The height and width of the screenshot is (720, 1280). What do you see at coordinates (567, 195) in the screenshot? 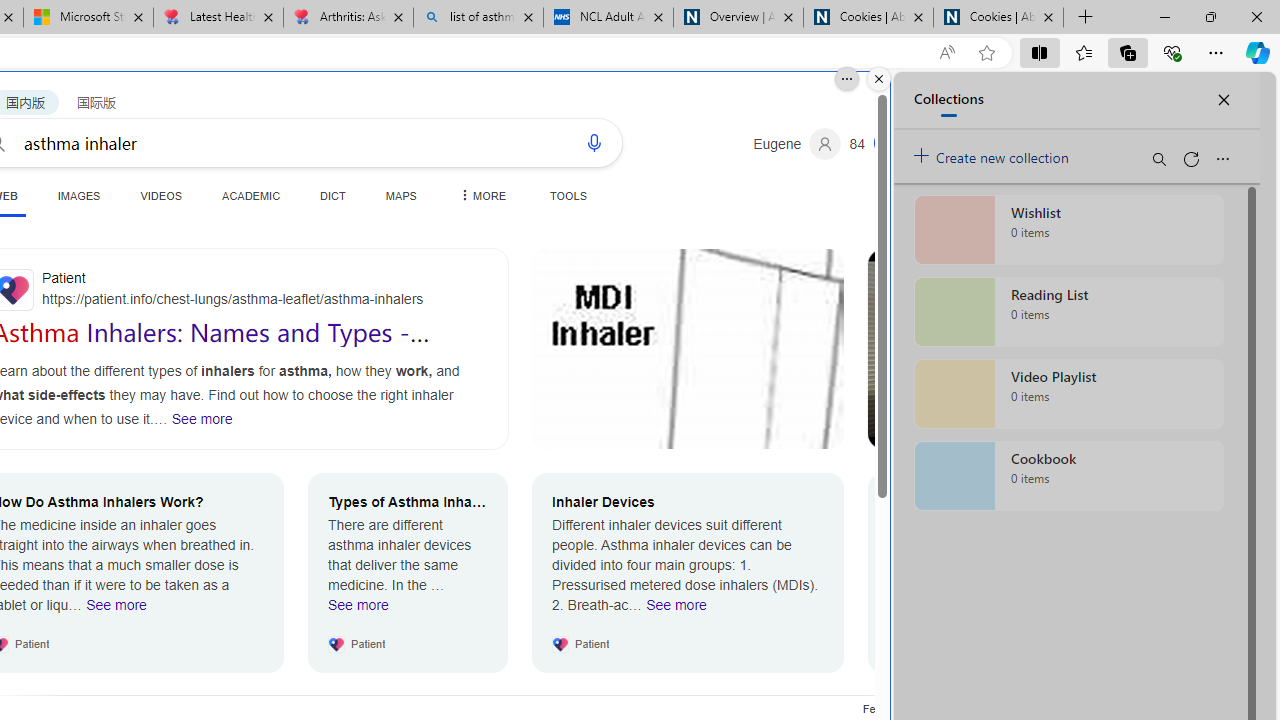
I see `'TOOLS'` at bounding box center [567, 195].